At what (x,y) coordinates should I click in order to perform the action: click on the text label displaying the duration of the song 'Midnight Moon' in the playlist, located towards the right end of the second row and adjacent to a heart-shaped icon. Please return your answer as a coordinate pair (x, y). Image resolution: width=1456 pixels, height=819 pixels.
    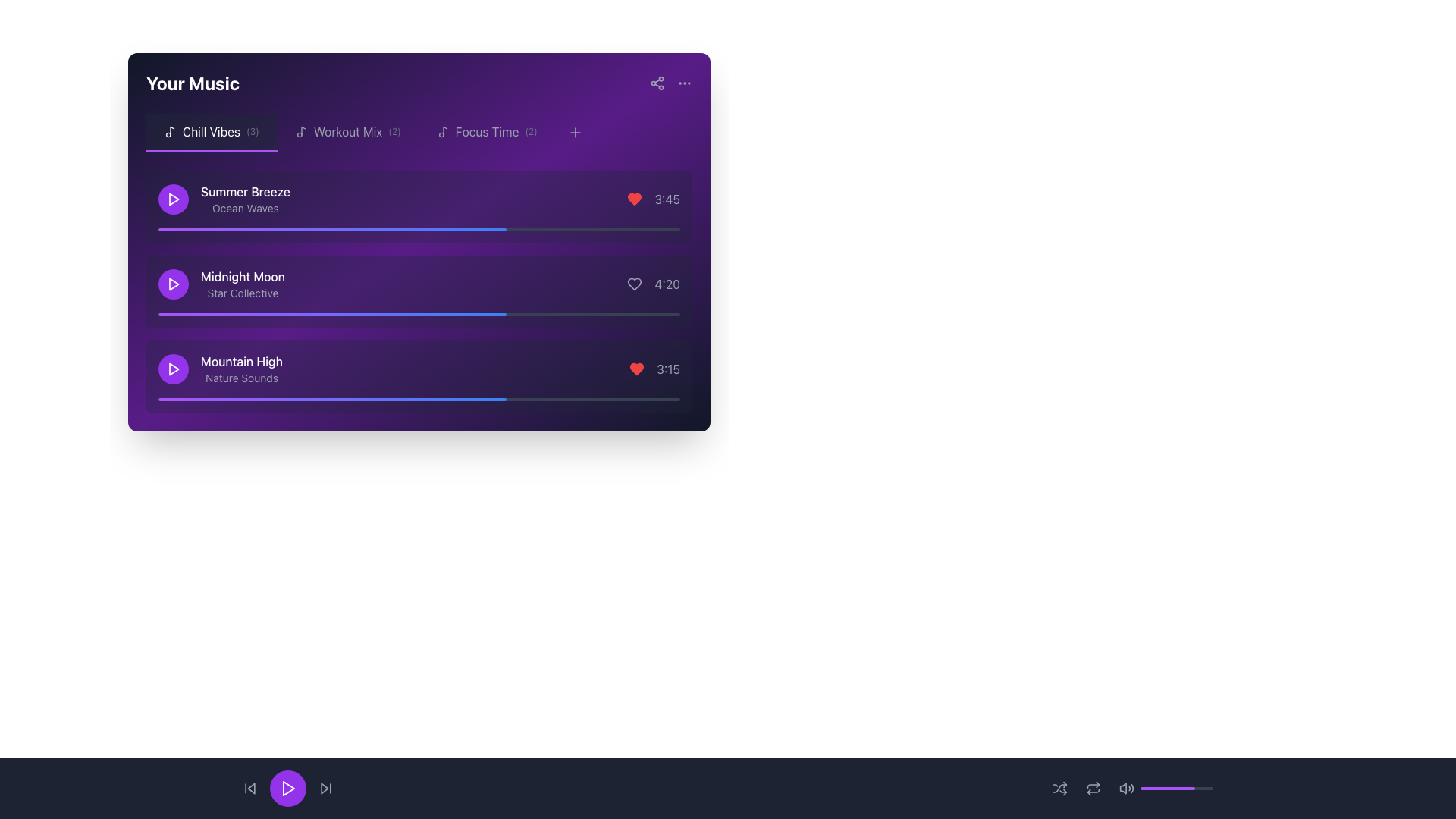
    Looking at the image, I should click on (667, 284).